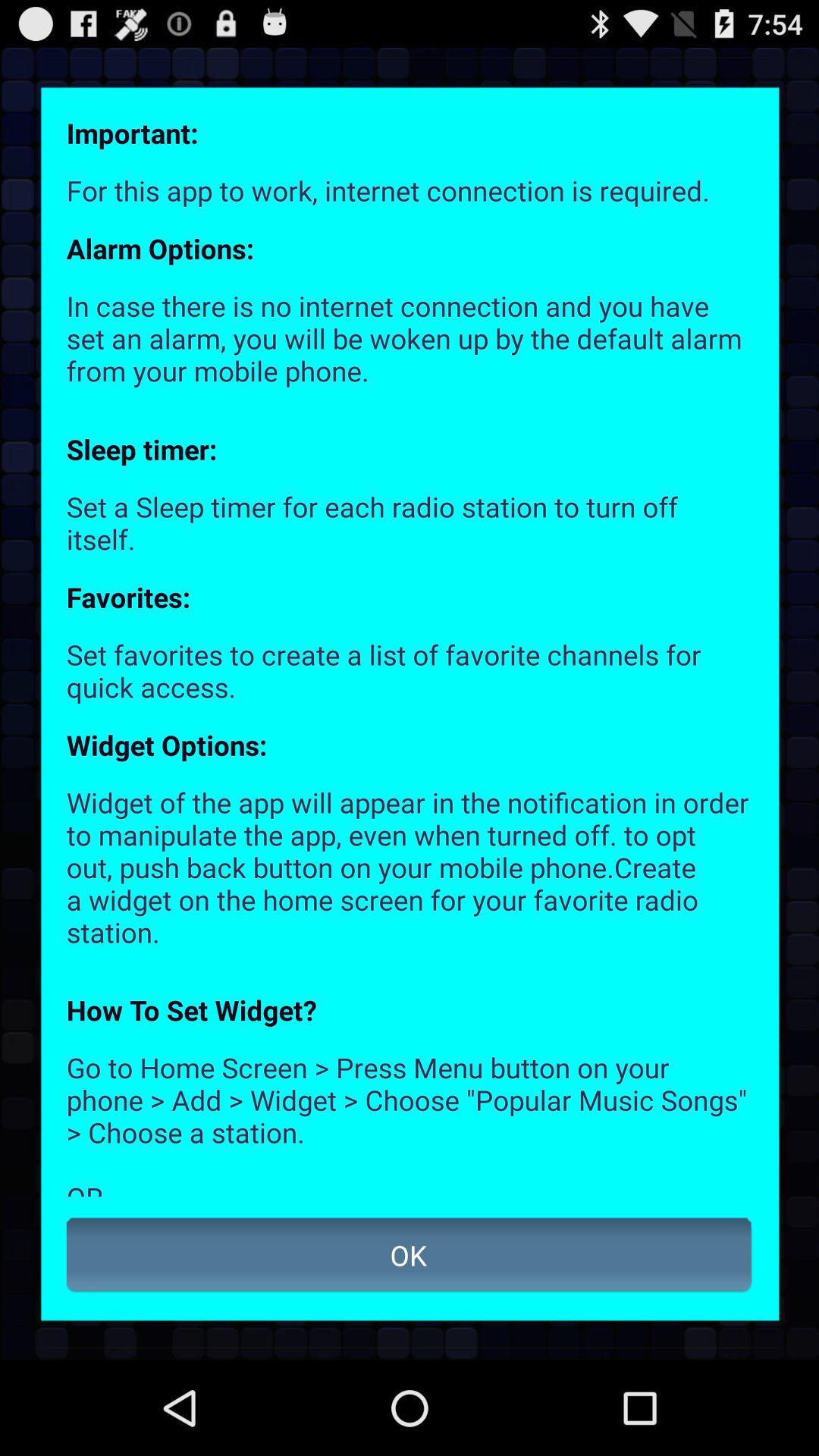  I want to click on the ok item, so click(409, 1255).